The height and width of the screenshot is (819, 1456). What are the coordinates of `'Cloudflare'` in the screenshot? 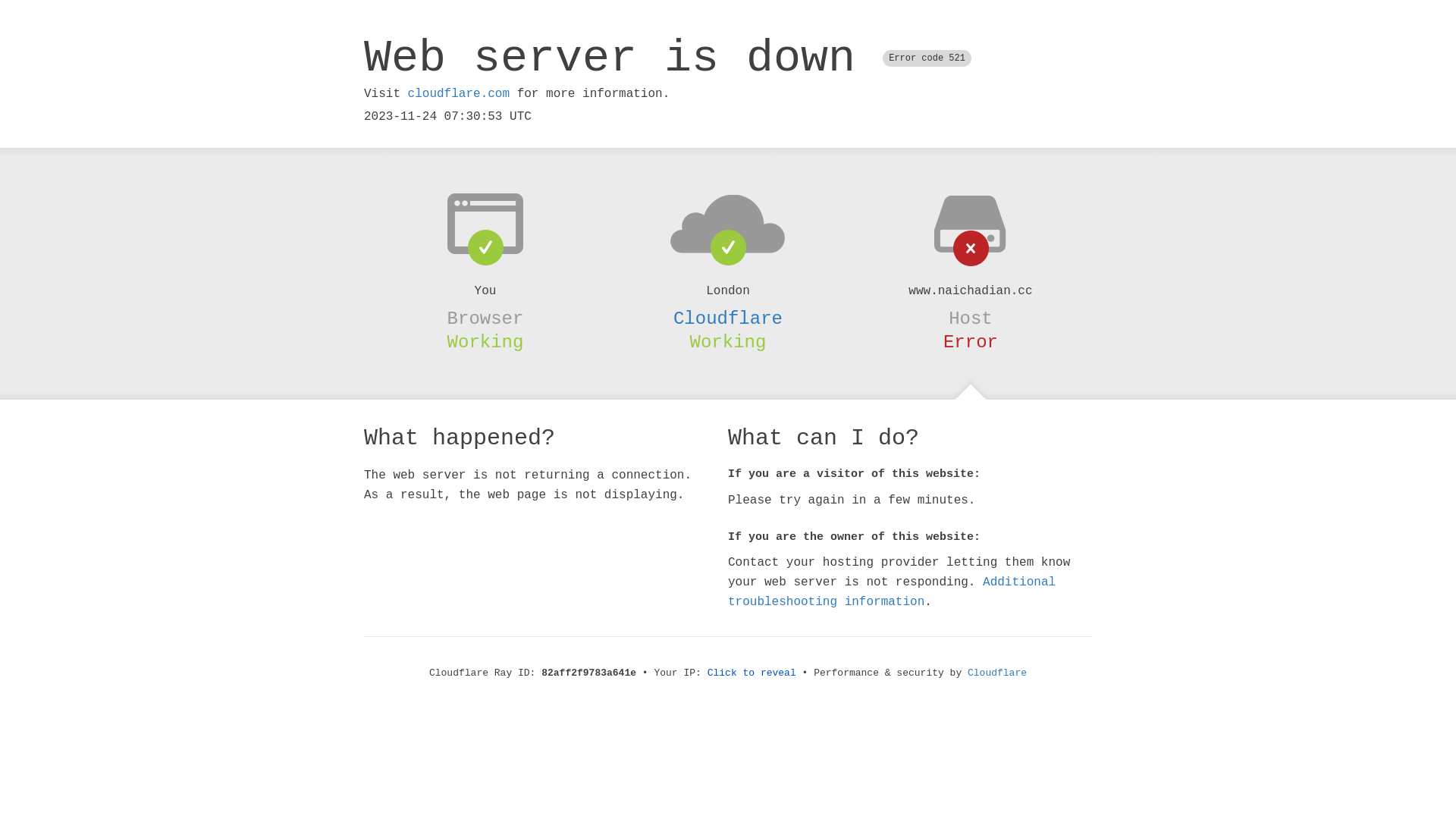 It's located at (728, 318).